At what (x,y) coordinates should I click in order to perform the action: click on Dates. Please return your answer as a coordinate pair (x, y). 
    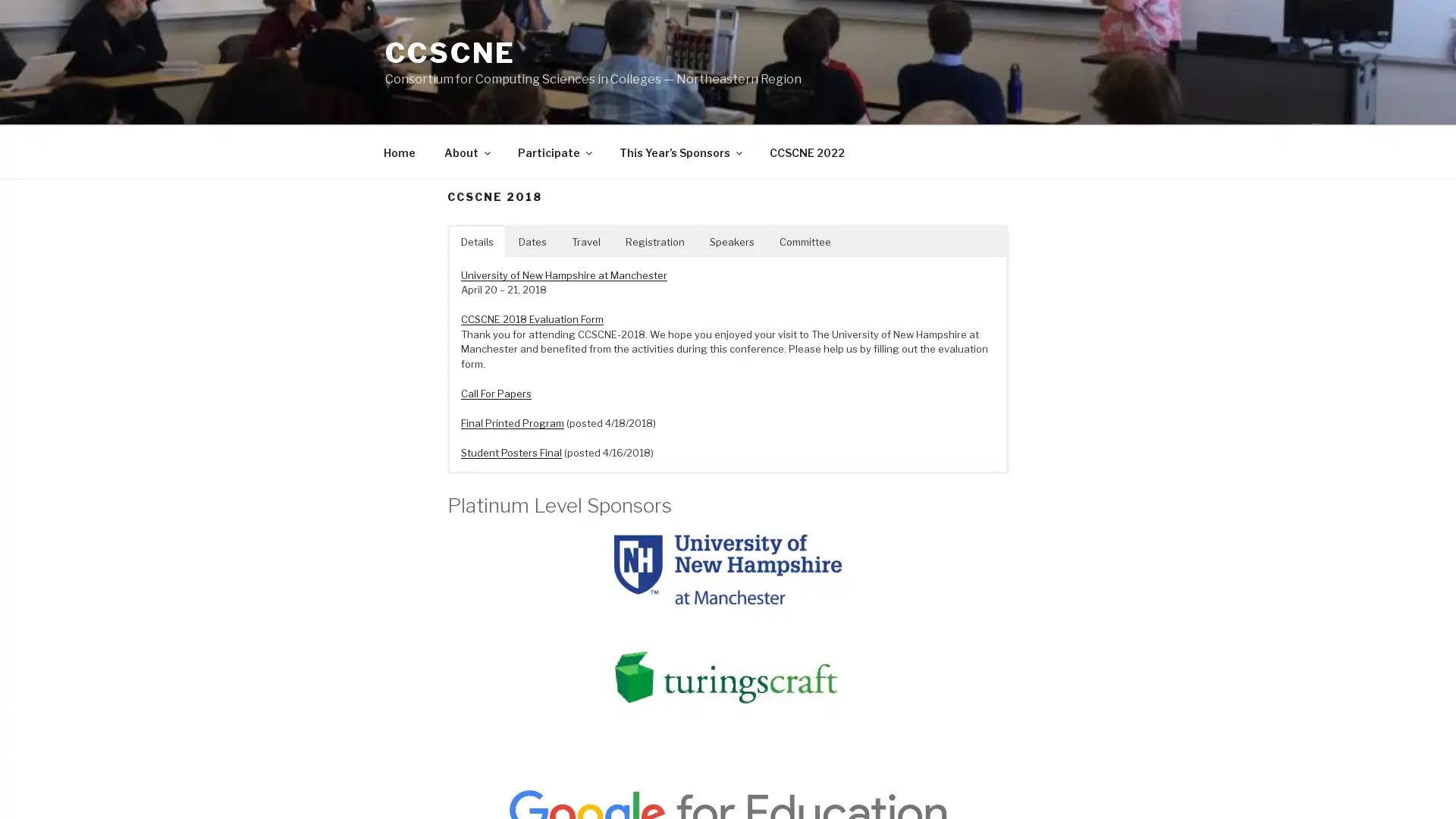
    Looking at the image, I should click on (532, 240).